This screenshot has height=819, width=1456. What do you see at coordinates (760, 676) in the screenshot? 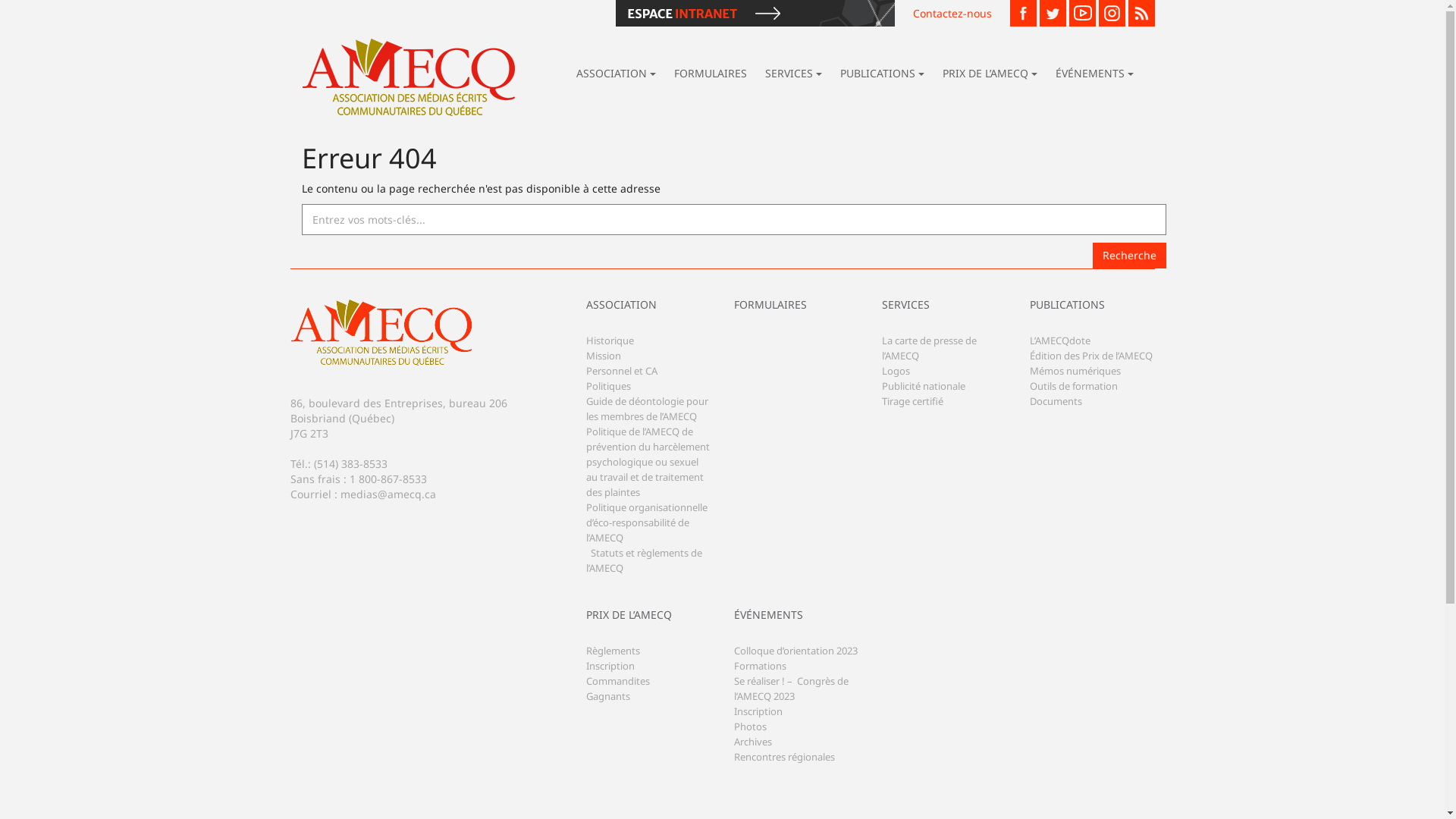
I see `'Formations'` at bounding box center [760, 676].